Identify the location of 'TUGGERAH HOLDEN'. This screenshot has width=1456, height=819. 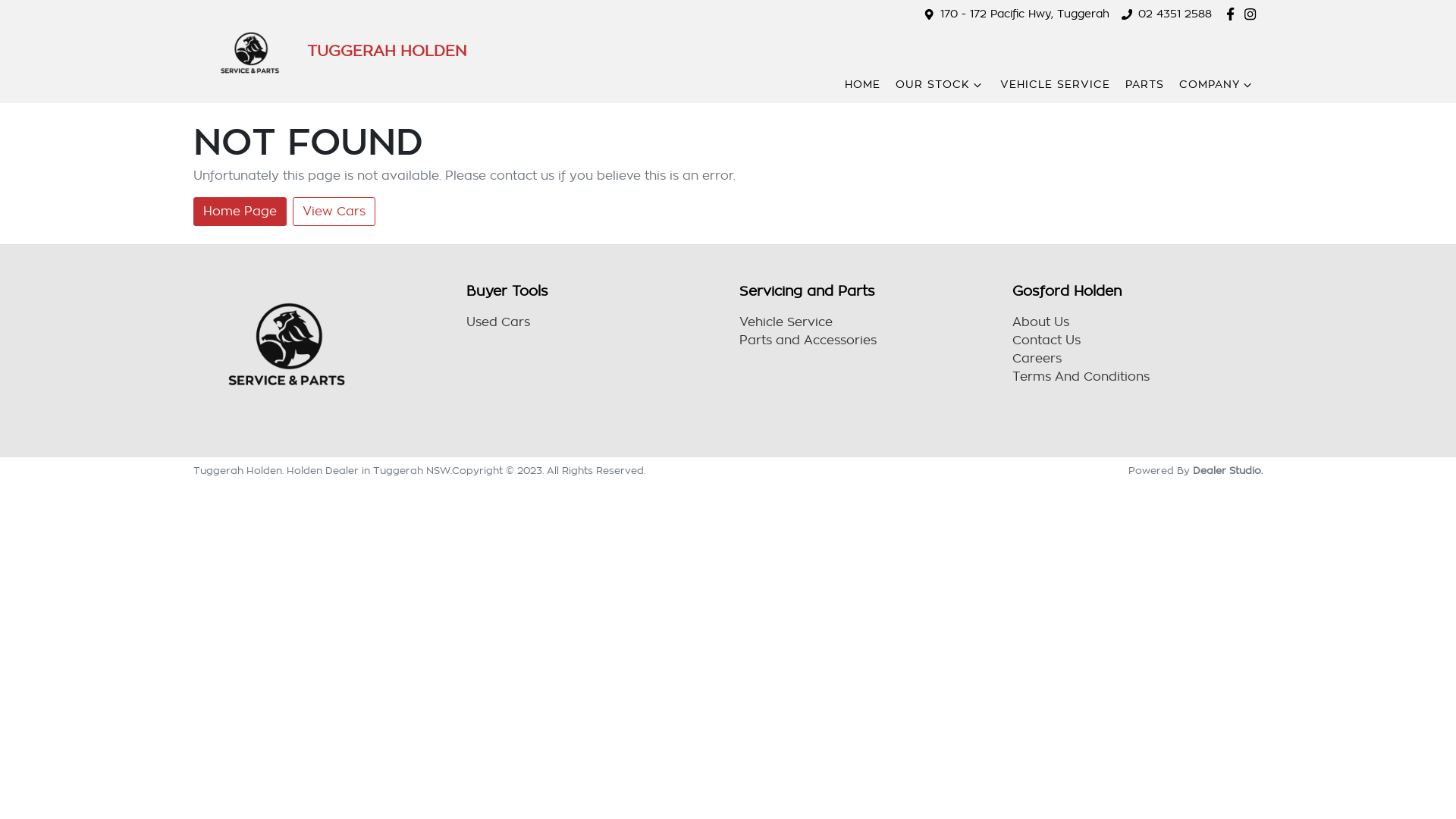
(329, 51).